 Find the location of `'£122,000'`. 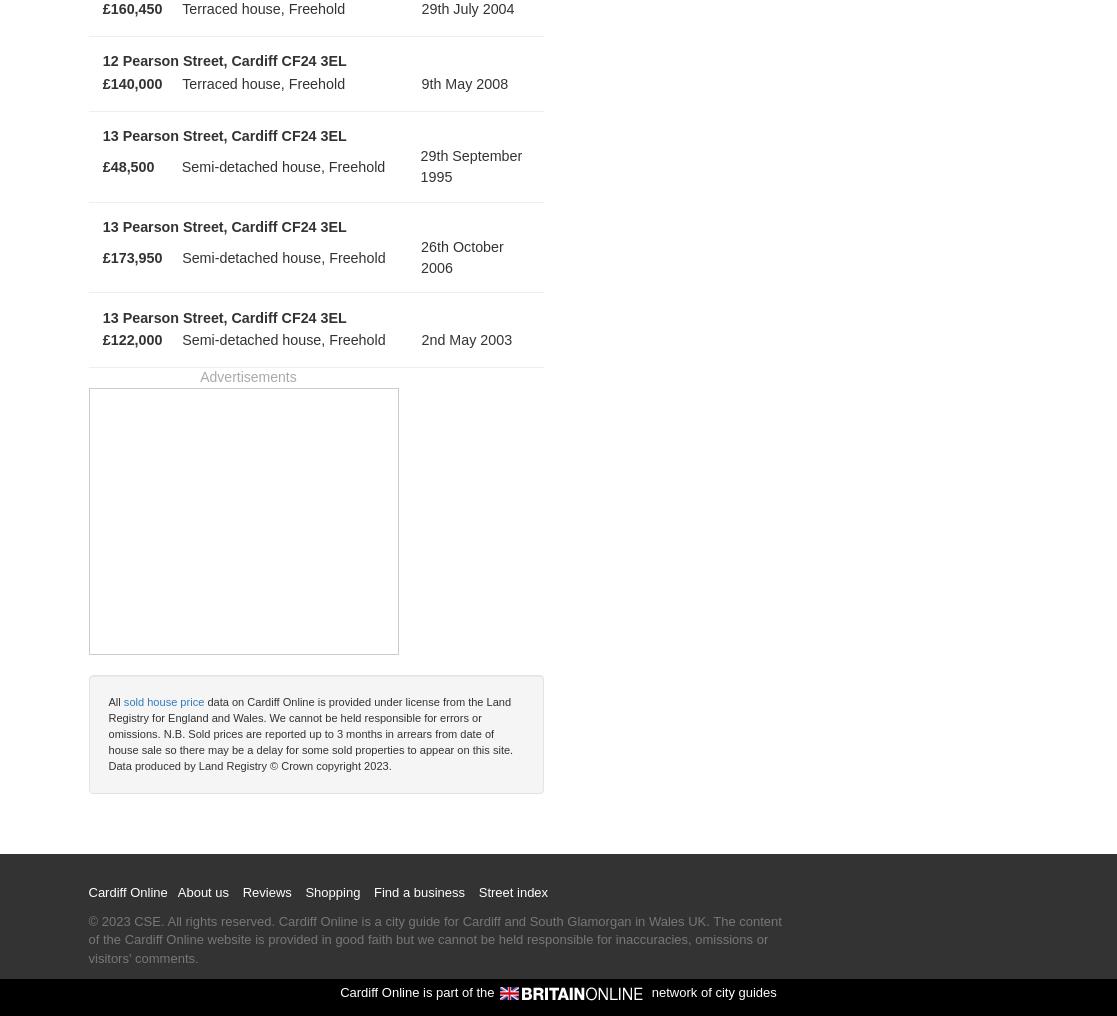

'£122,000' is located at coordinates (132, 339).